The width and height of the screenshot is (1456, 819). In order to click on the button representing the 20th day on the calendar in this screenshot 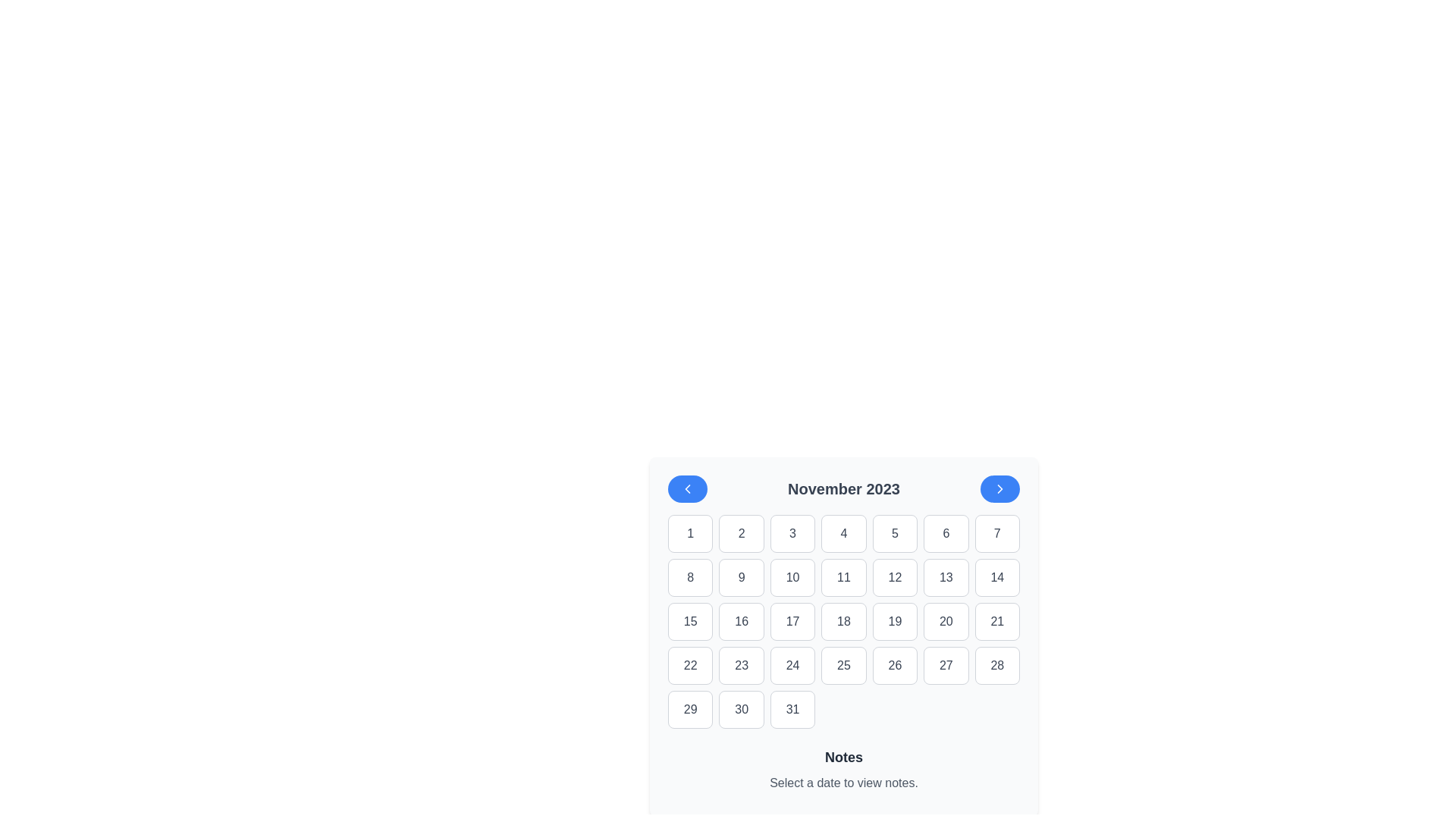, I will do `click(945, 622)`.